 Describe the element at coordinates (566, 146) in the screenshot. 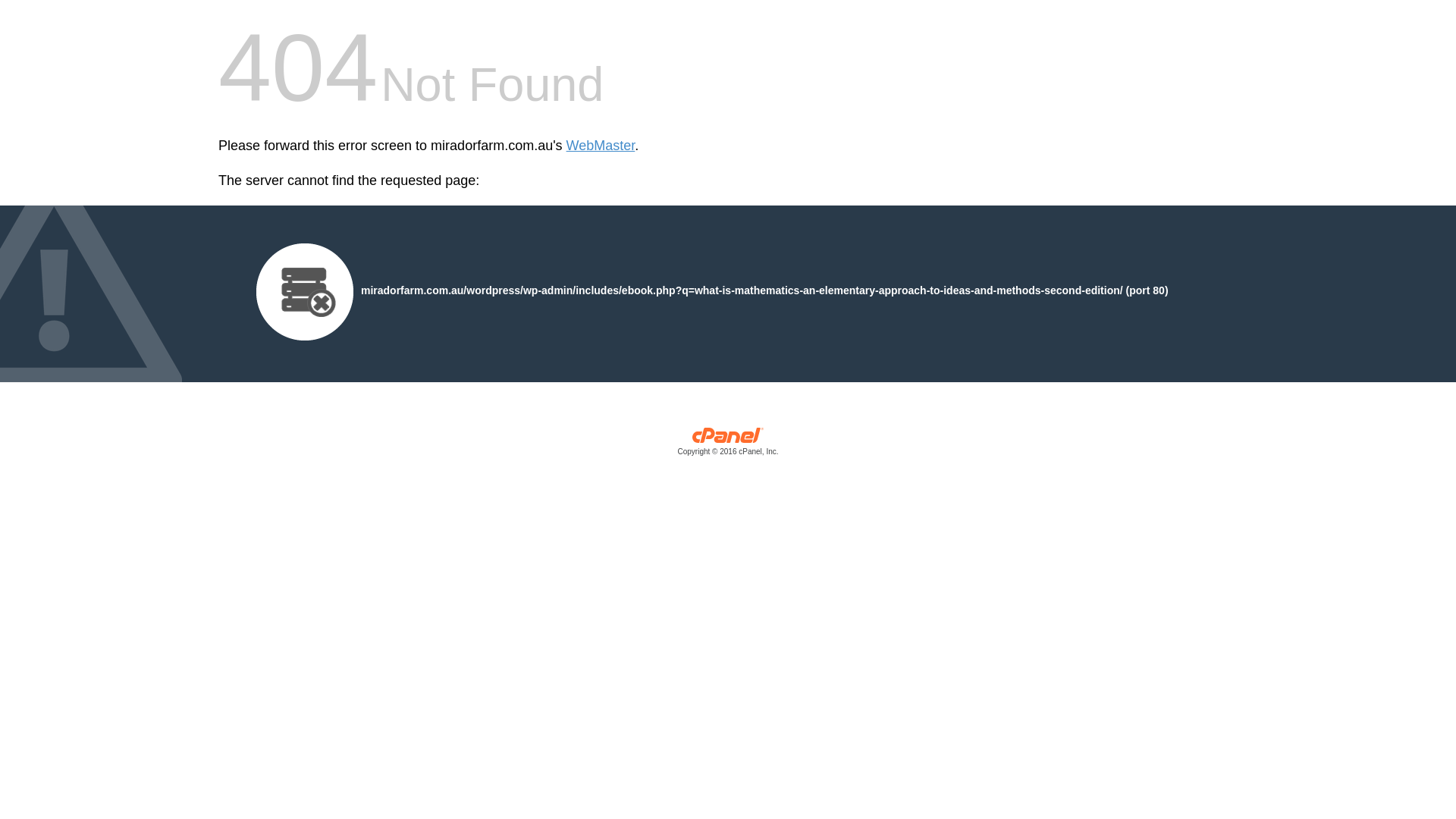

I see `'WebMaster'` at that location.